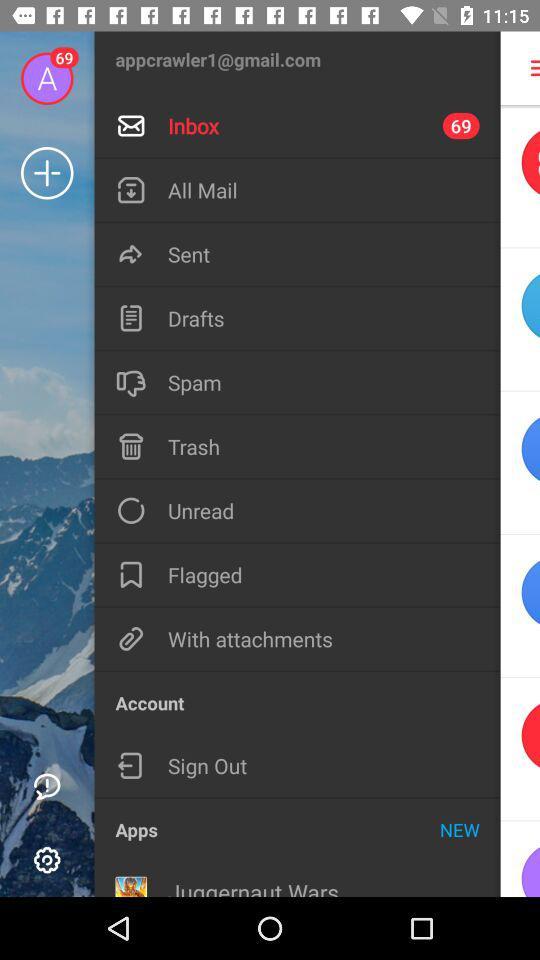 This screenshot has height=960, width=540. What do you see at coordinates (522, 68) in the screenshot?
I see `the more icon` at bounding box center [522, 68].